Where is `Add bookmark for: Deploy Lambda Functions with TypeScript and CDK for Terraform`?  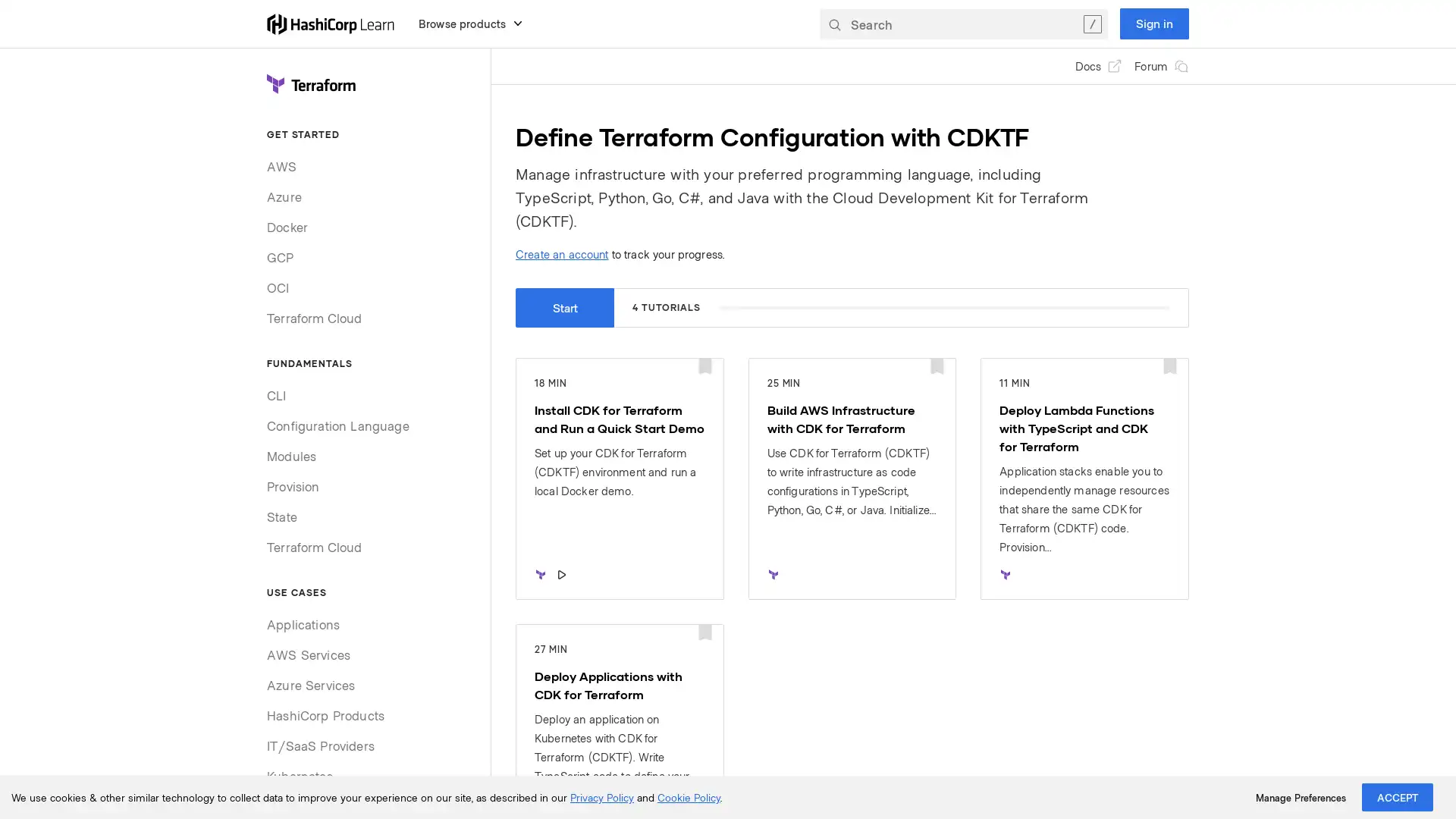
Add bookmark for: Deploy Lambda Functions with TypeScript and CDK for Terraform is located at coordinates (1168, 367).